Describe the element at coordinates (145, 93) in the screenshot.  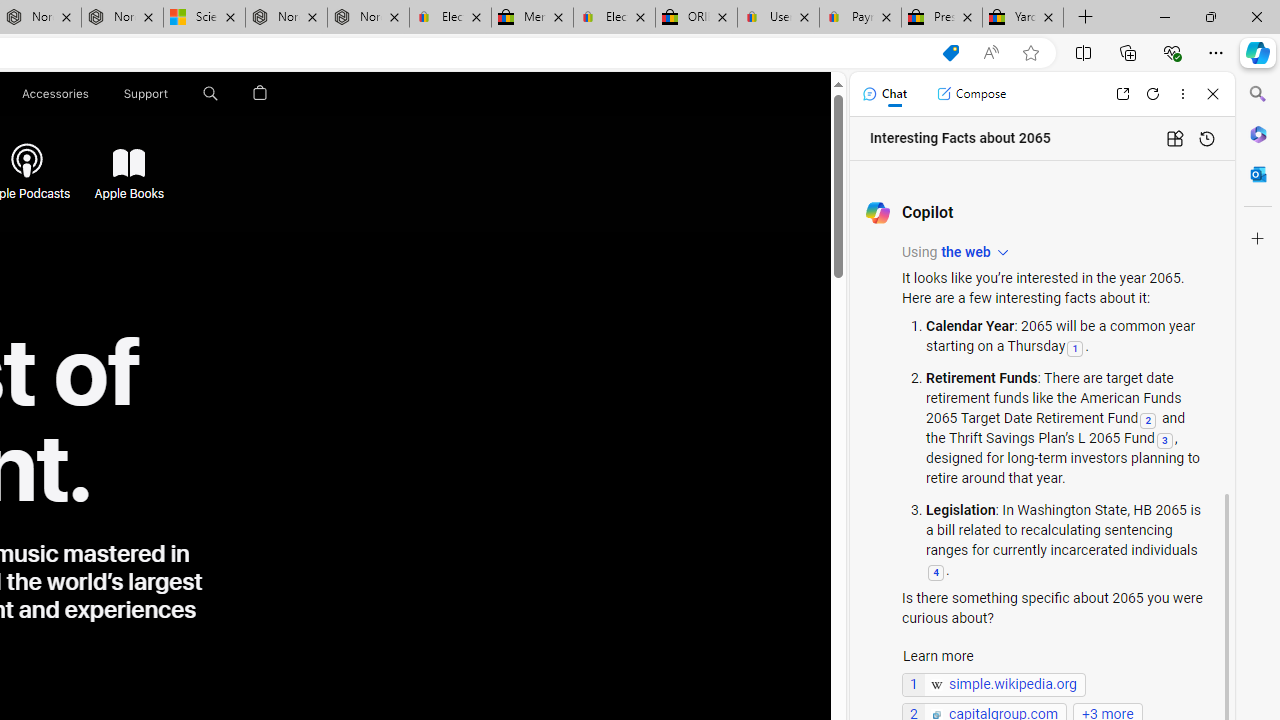
I see `'Support'` at that location.